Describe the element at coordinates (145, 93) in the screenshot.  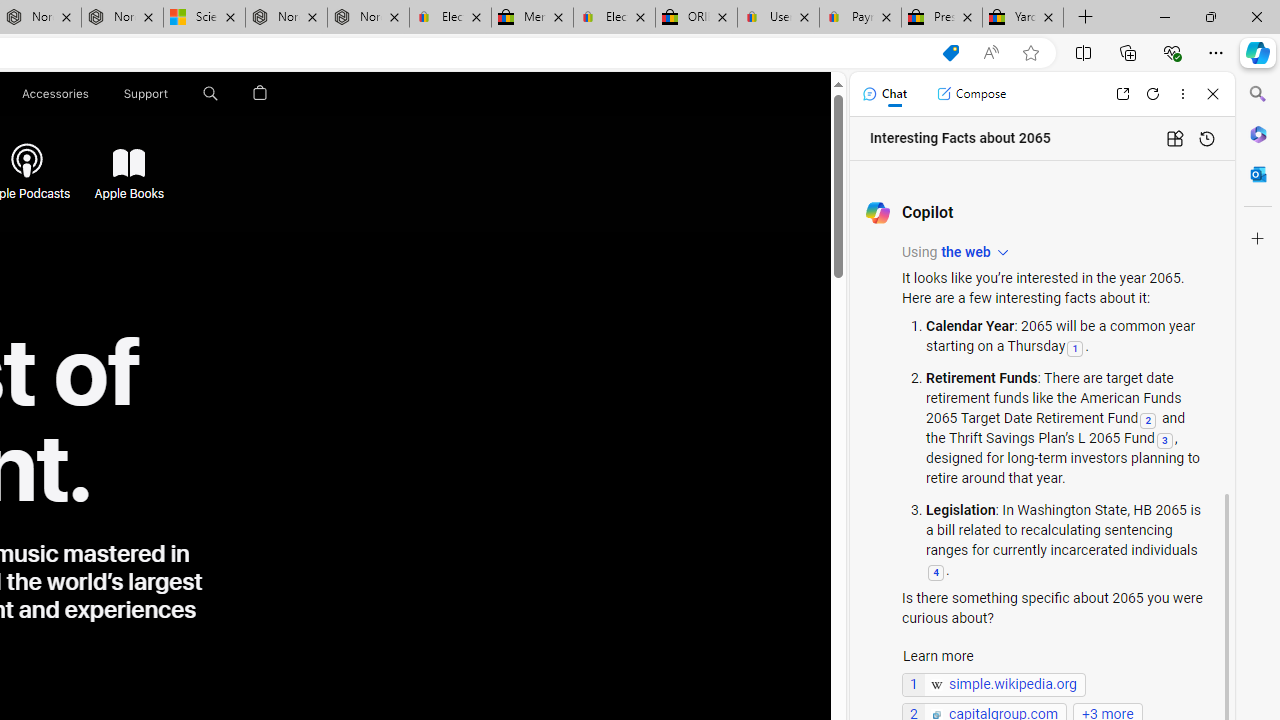
I see `'Support'` at that location.